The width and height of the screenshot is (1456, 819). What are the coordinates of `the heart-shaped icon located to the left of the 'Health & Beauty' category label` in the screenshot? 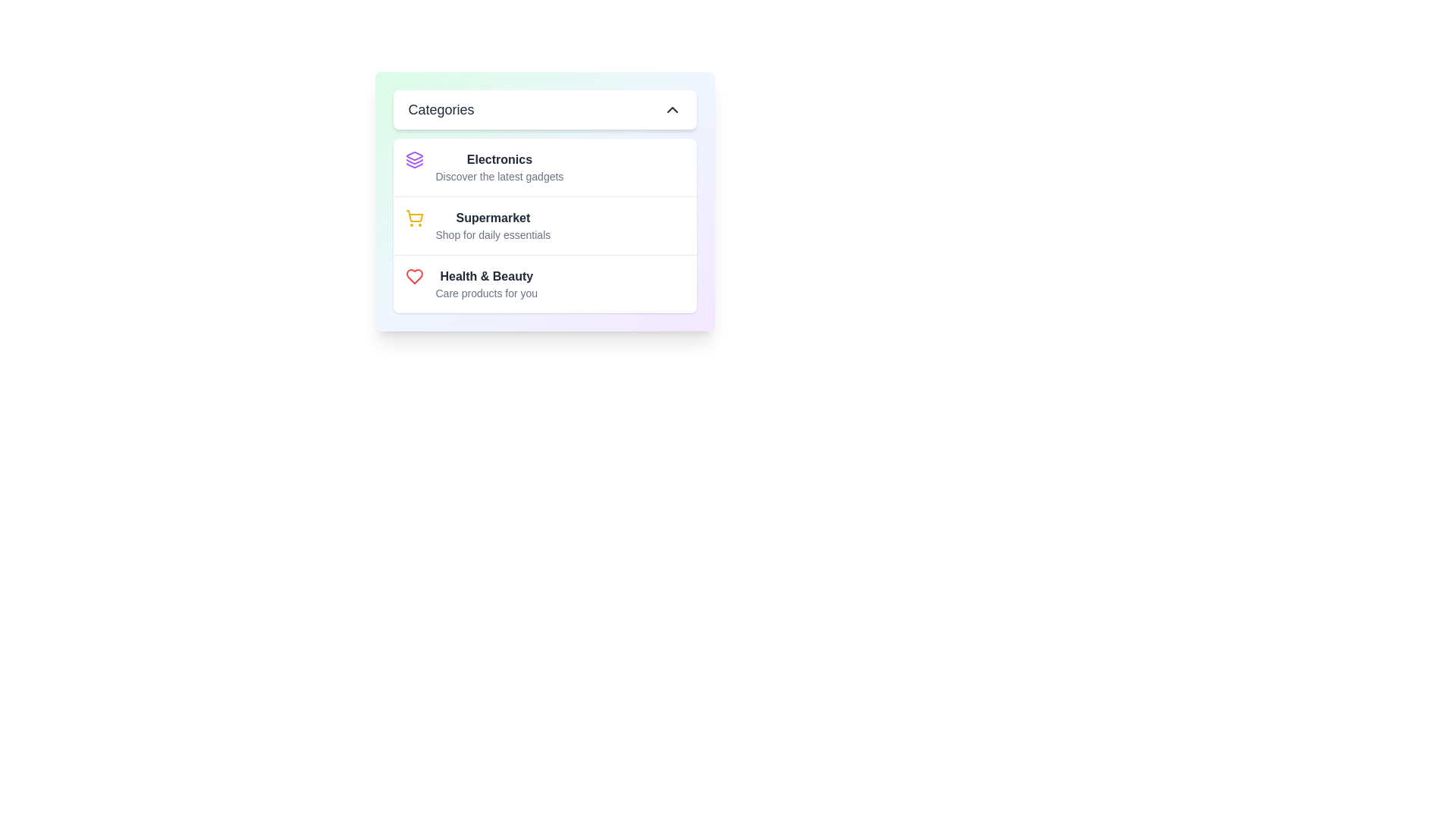 It's located at (414, 277).